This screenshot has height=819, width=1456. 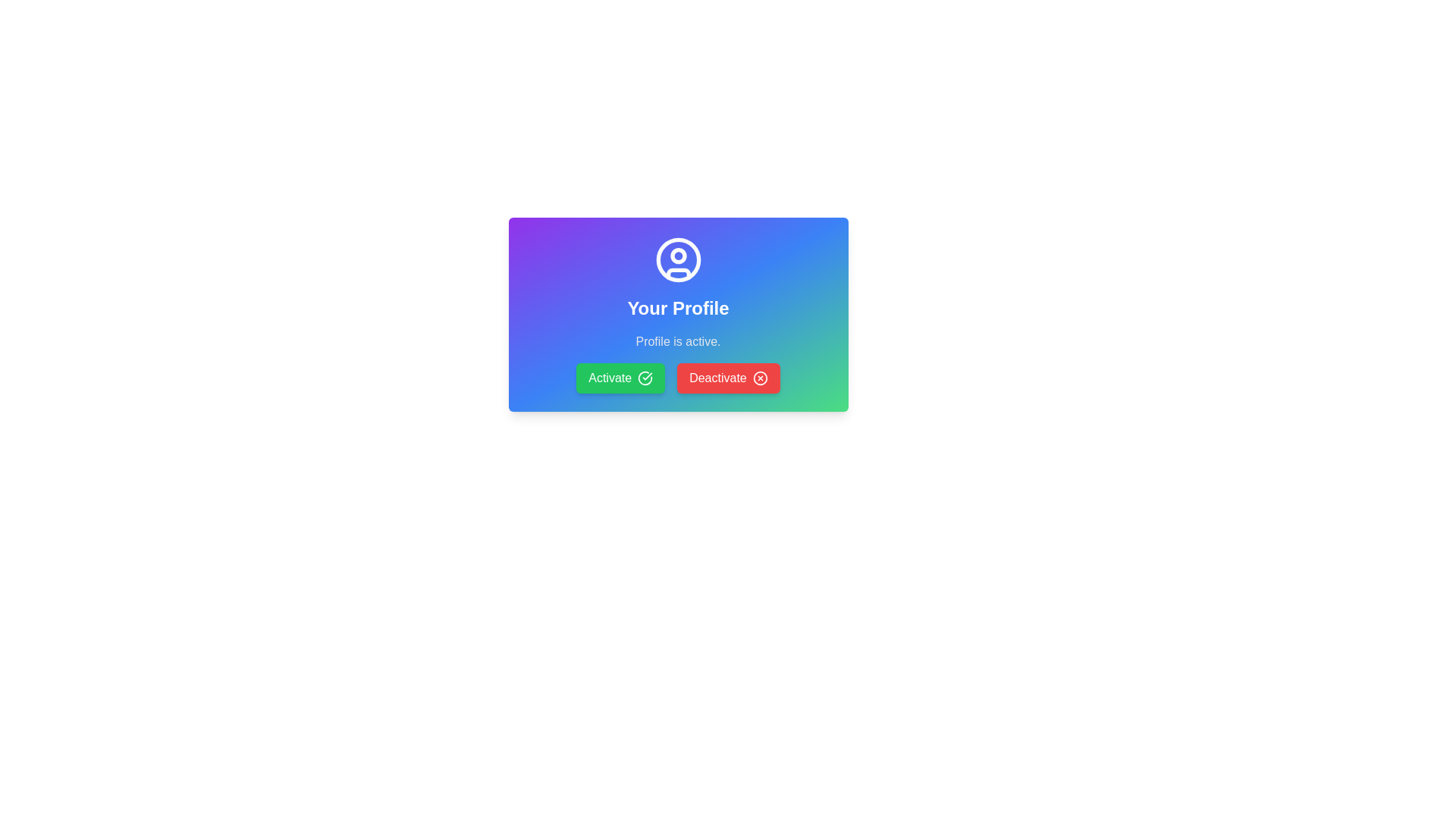 I want to click on the status text element located beneath the 'Your Profile' header and above the 'Activate' and 'Deactivate' buttons, so click(x=677, y=342).